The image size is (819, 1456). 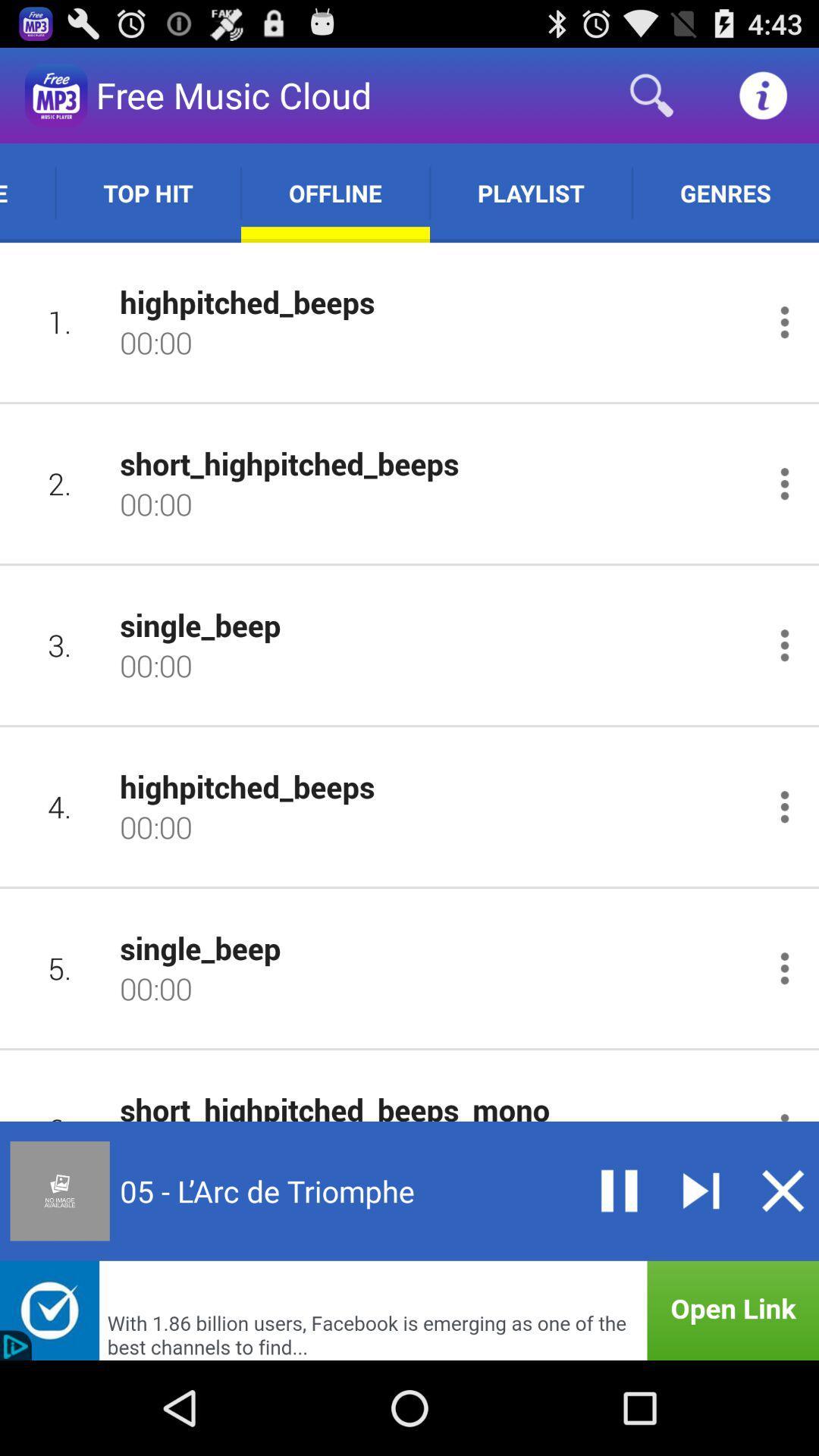 What do you see at coordinates (59, 482) in the screenshot?
I see `the icon to the left of short_highpitched_beeps icon` at bounding box center [59, 482].